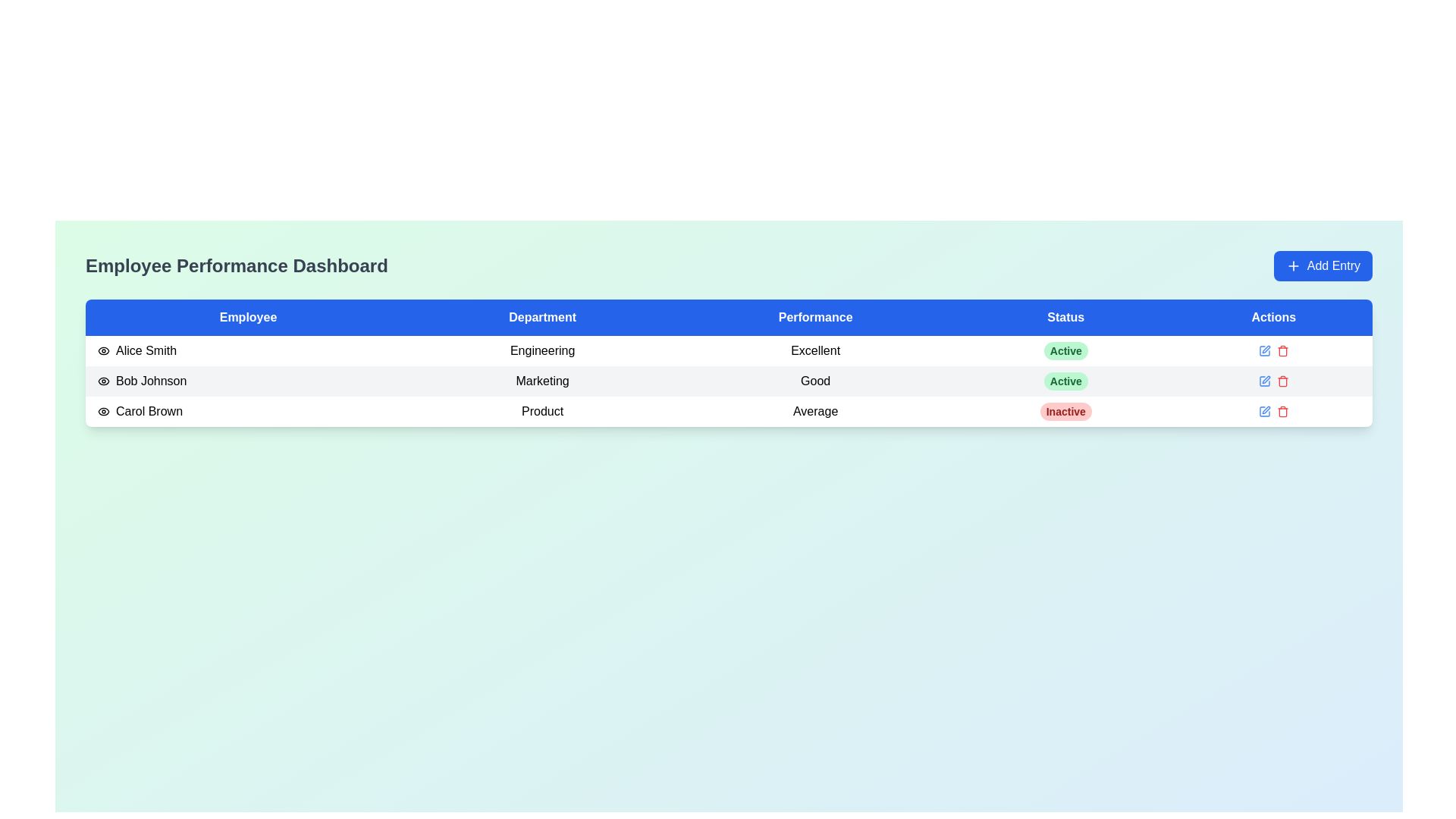  What do you see at coordinates (1065, 350) in the screenshot?
I see `the non-interactive status indicator labeled 'Active' with green text and background, located in the 'Status' column of the first row of the table` at bounding box center [1065, 350].